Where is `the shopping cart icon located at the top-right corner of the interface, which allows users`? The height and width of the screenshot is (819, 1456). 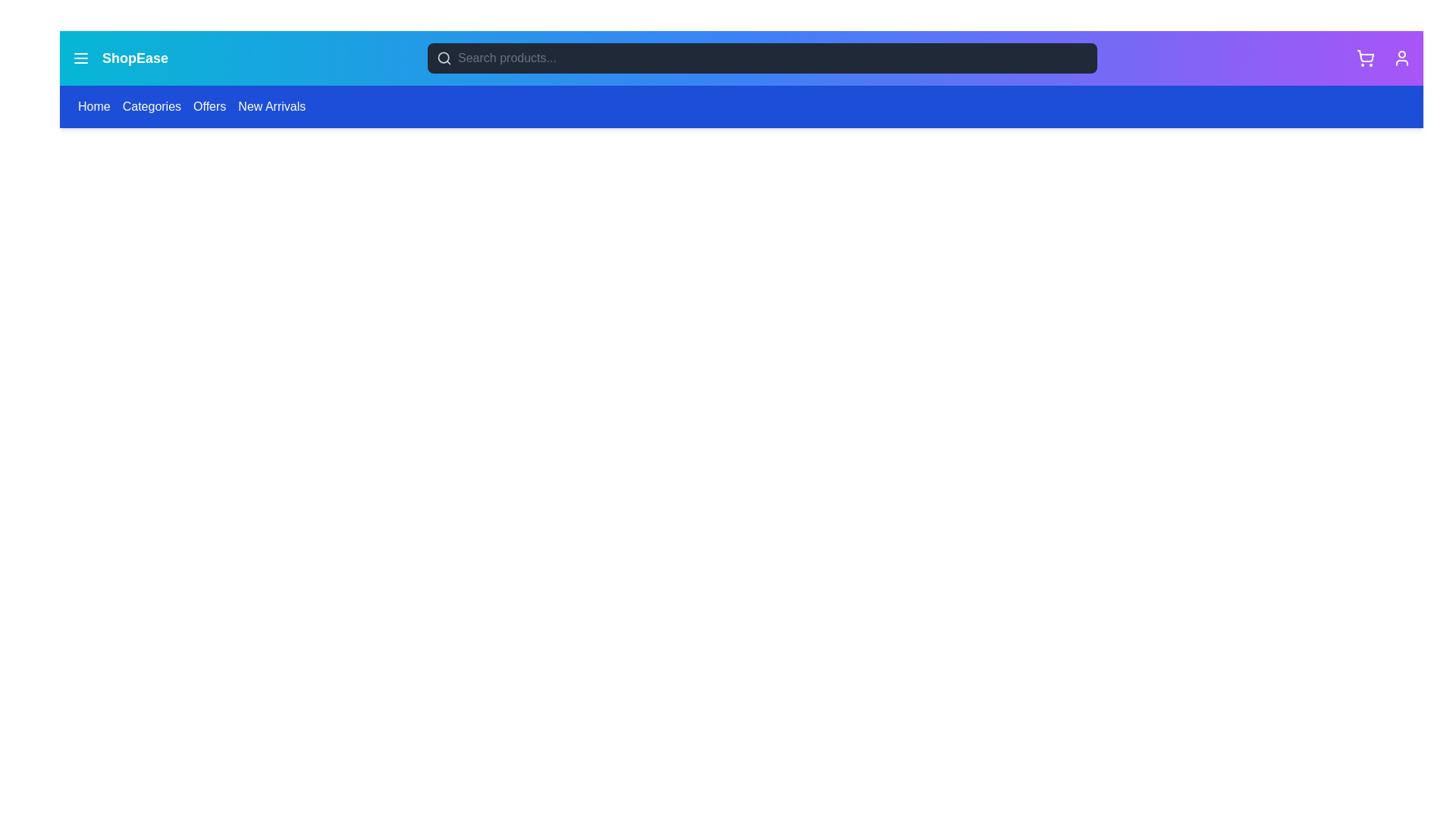
the shopping cart icon located at the top-right corner of the interface, which allows users is located at coordinates (1366, 55).